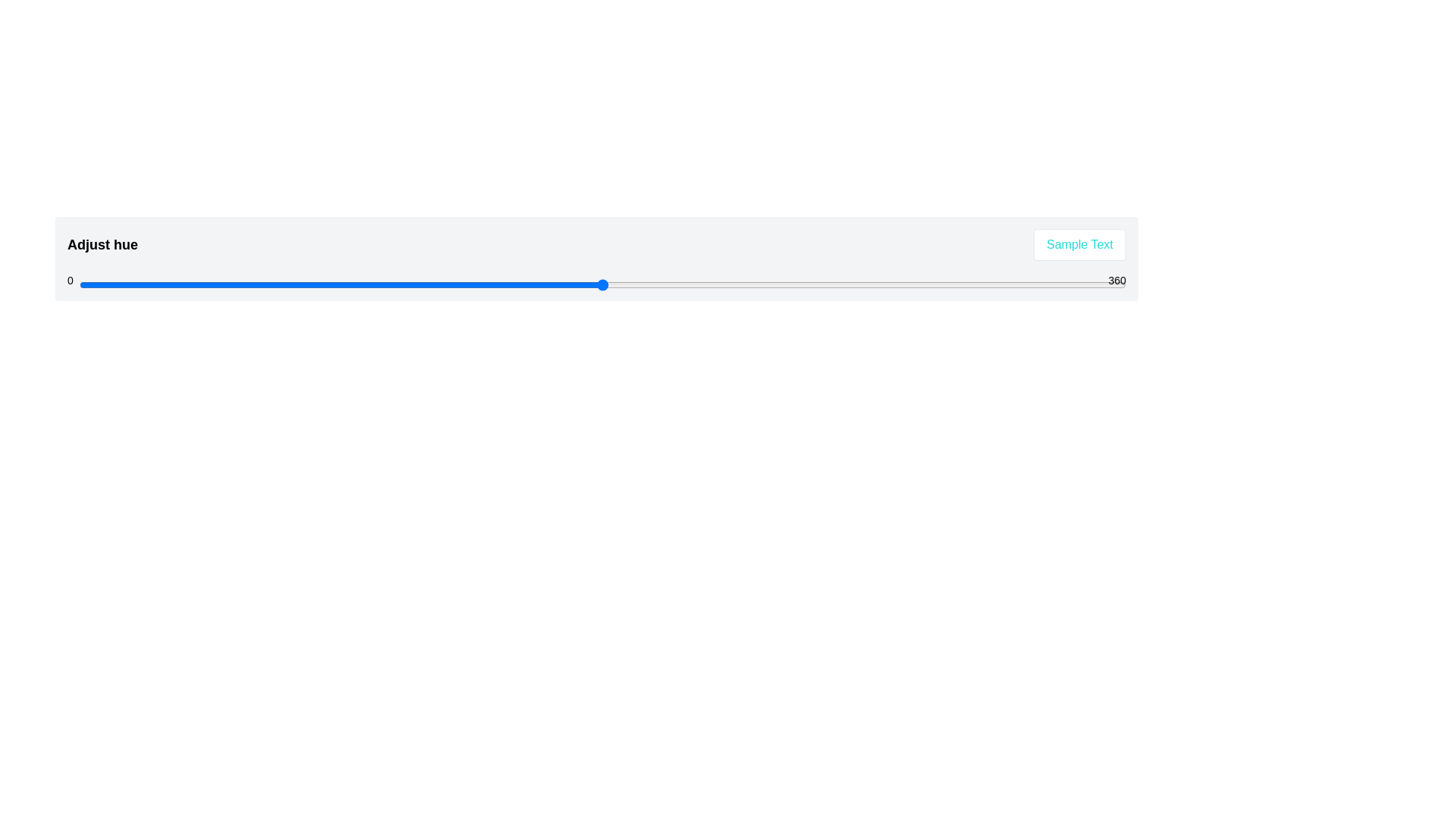  Describe the element at coordinates (843, 284) in the screenshot. I see `the hue slider to set the hue value to 263` at that location.